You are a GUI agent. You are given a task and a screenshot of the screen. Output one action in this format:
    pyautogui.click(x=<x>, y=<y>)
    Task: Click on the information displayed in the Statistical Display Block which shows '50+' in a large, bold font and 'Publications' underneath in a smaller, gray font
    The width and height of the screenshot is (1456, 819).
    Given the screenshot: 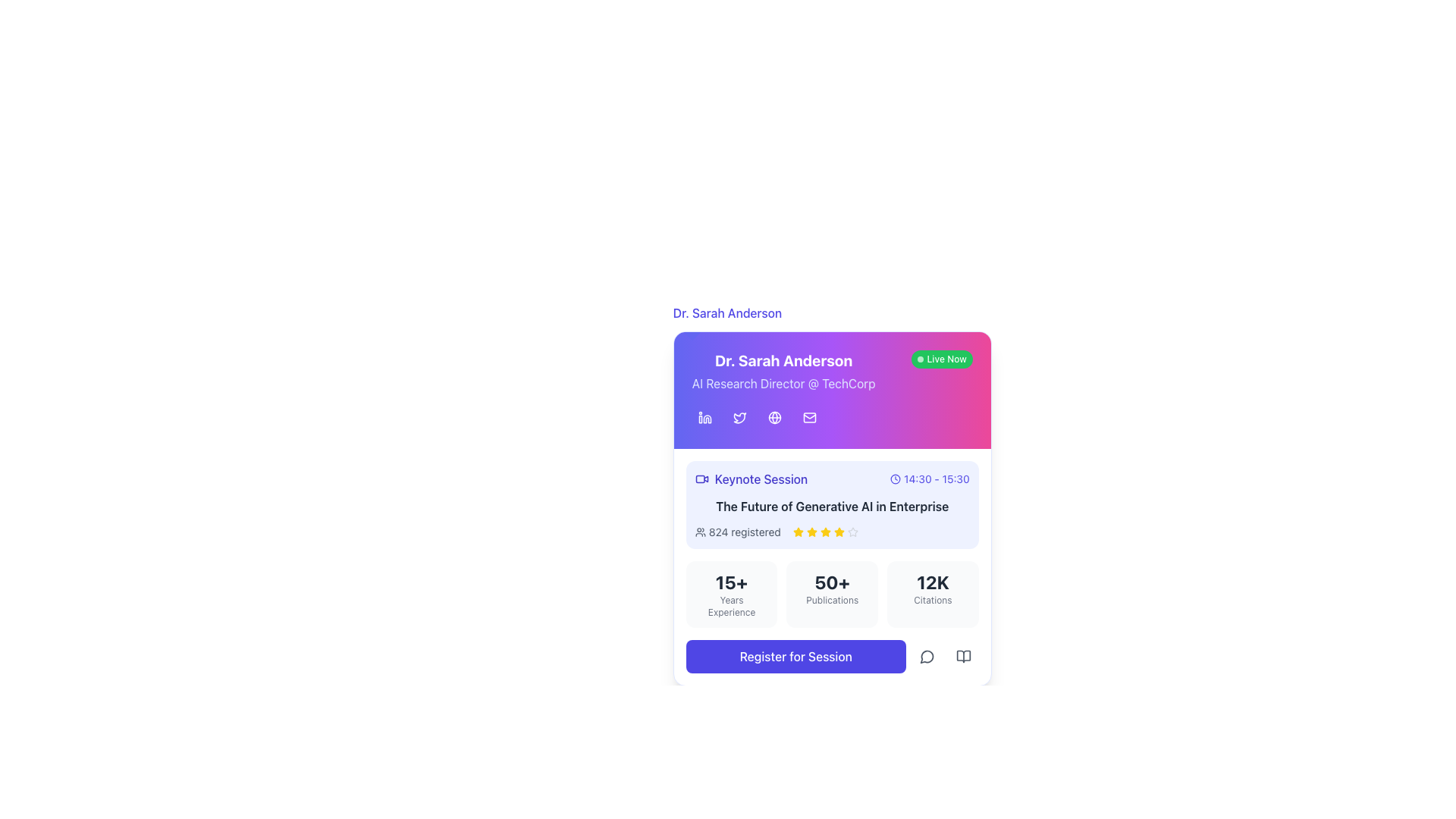 What is the action you would take?
    pyautogui.click(x=831, y=593)
    